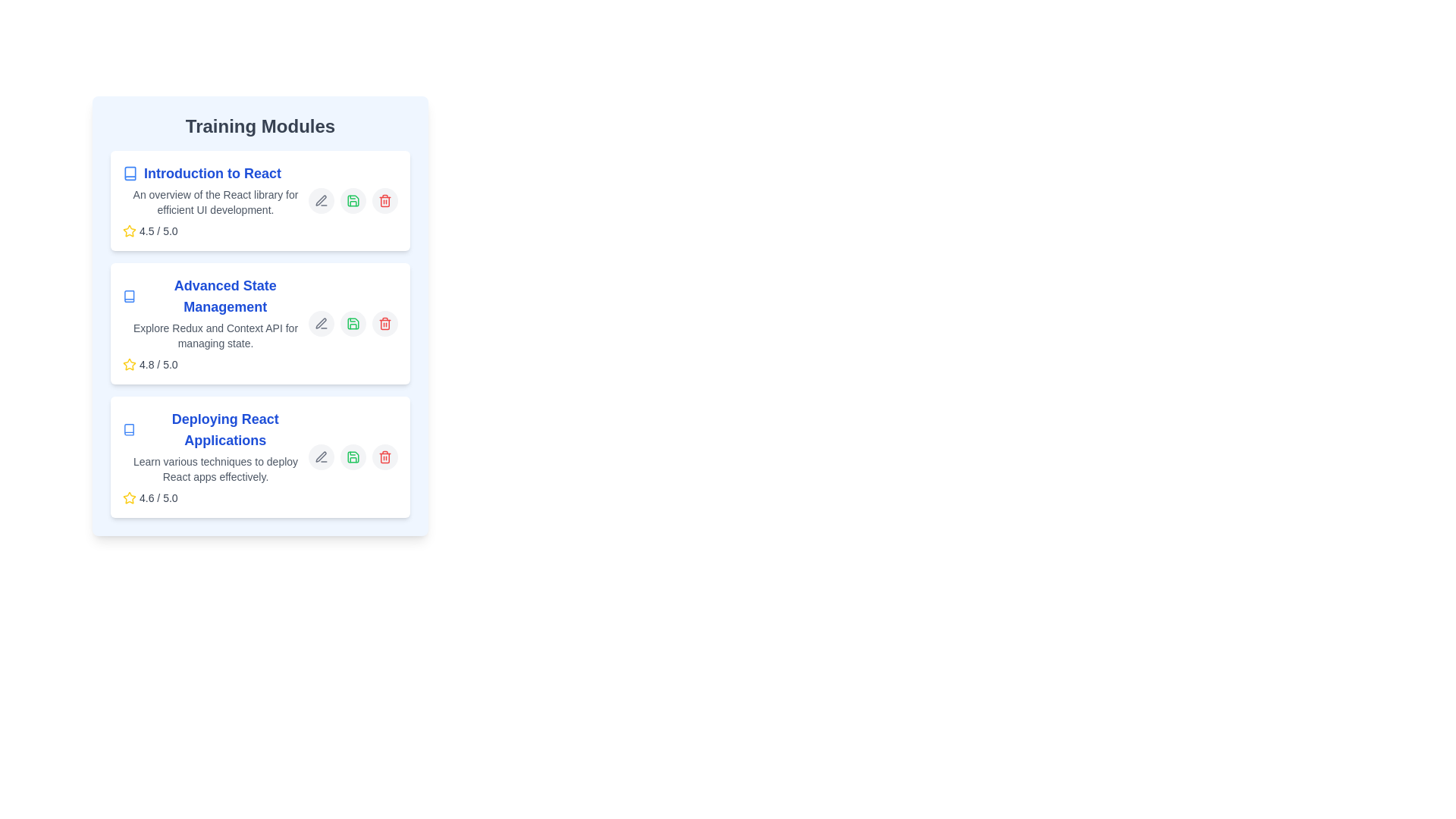 Image resolution: width=1456 pixels, height=819 pixels. What do you see at coordinates (130, 172) in the screenshot?
I see `the icon representing the 'Introduction to React' section, located to the left of the text in the first training module box within the 'Training Modules' section` at bounding box center [130, 172].